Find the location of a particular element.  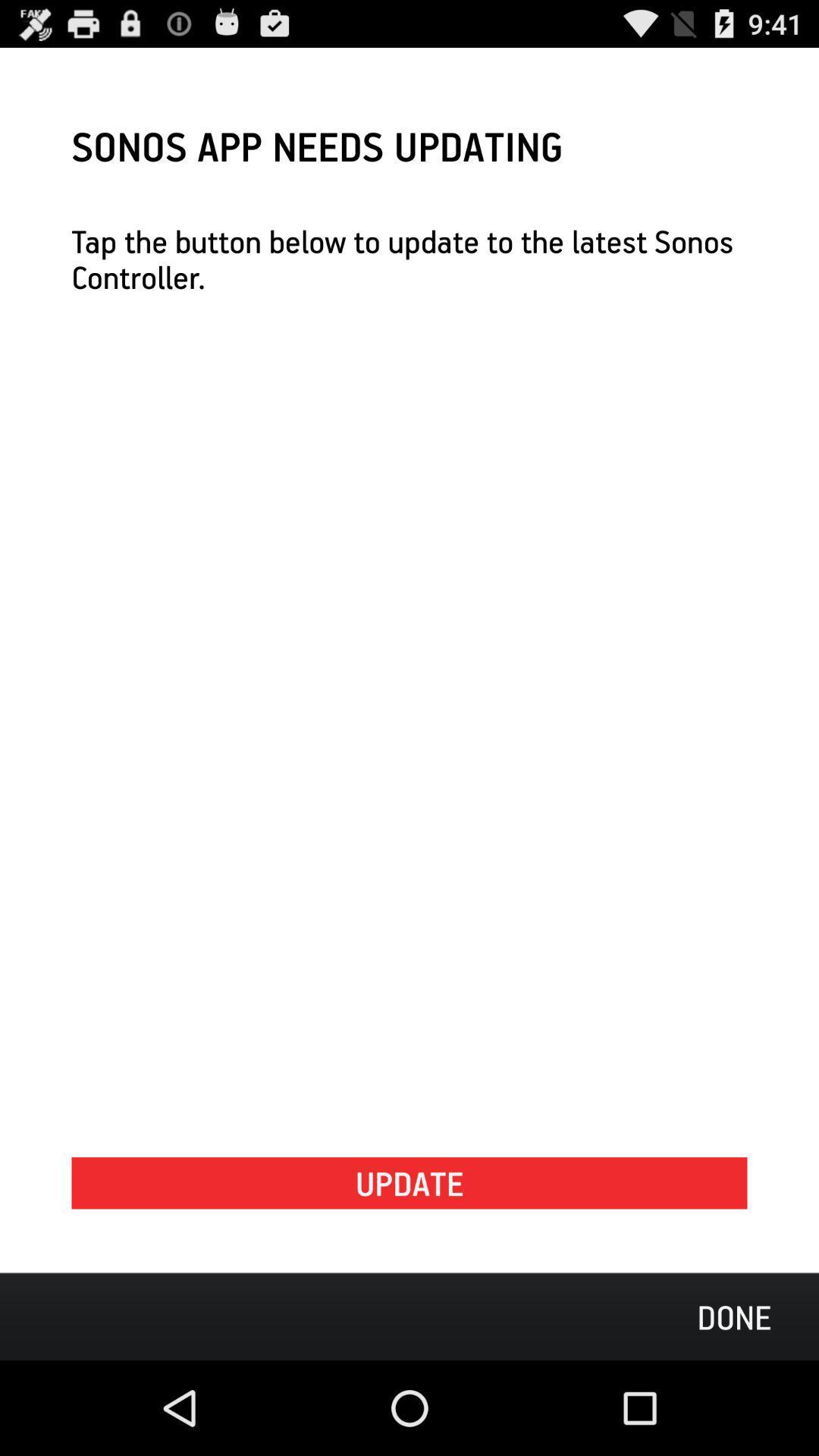

the icon below update icon is located at coordinates (733, 1316).